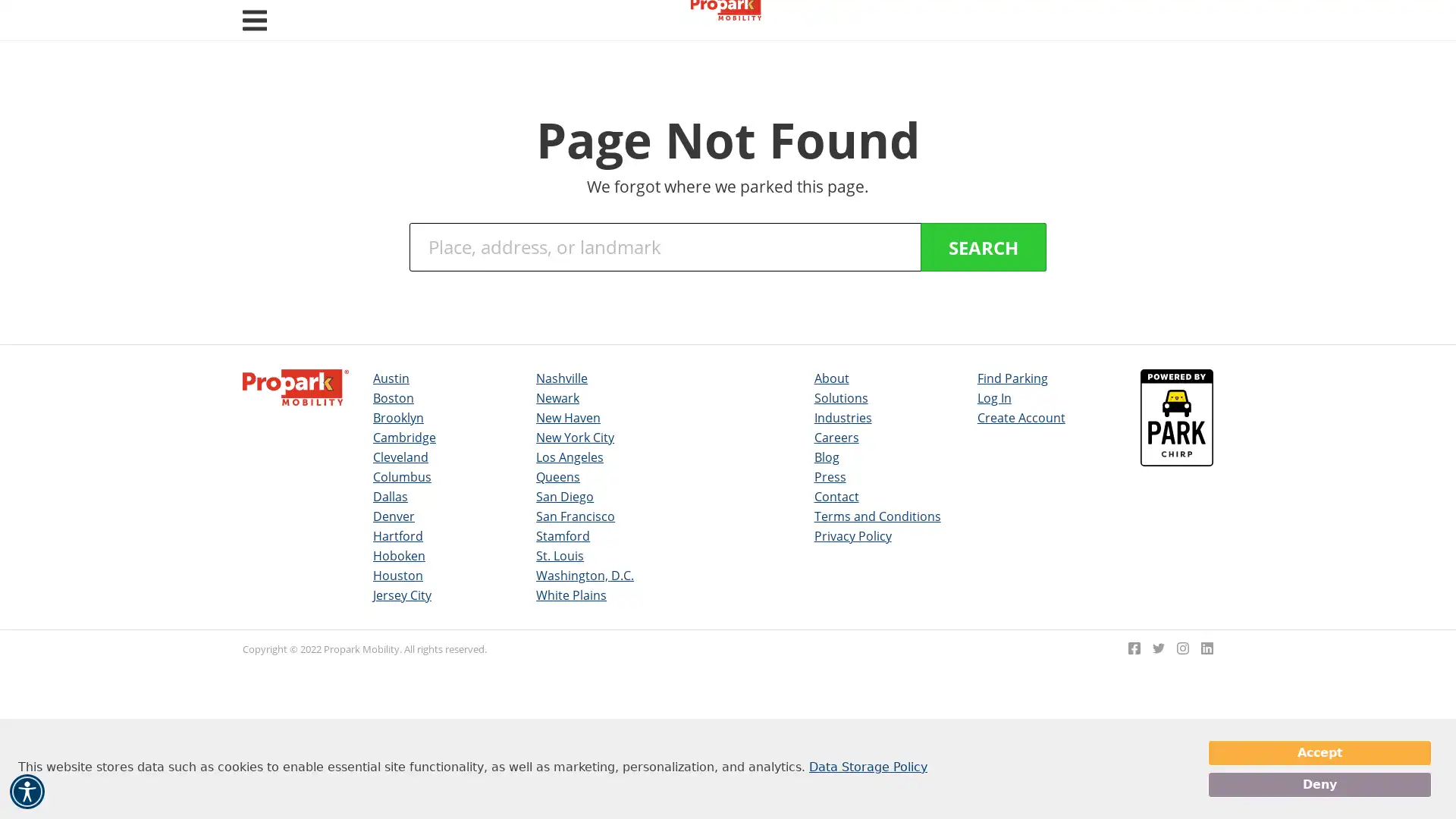 The width and height of the screenshot is (1456, 819). I want to click on Accept, so click(1319, 752).